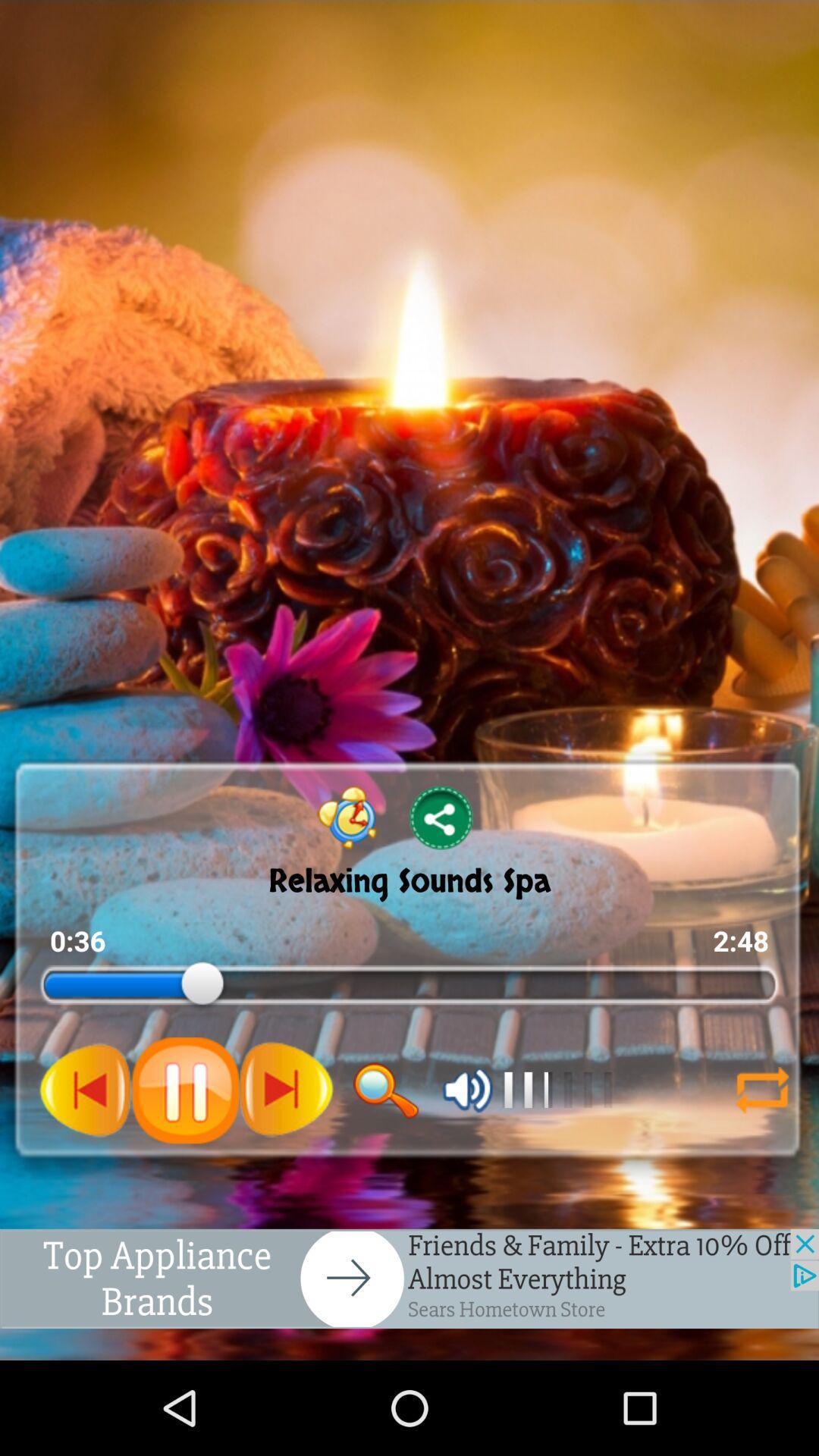  What do you see at coordinates (762, 1089) in the screenshot?
I see `internet option` at bounding box center [762, 1089].